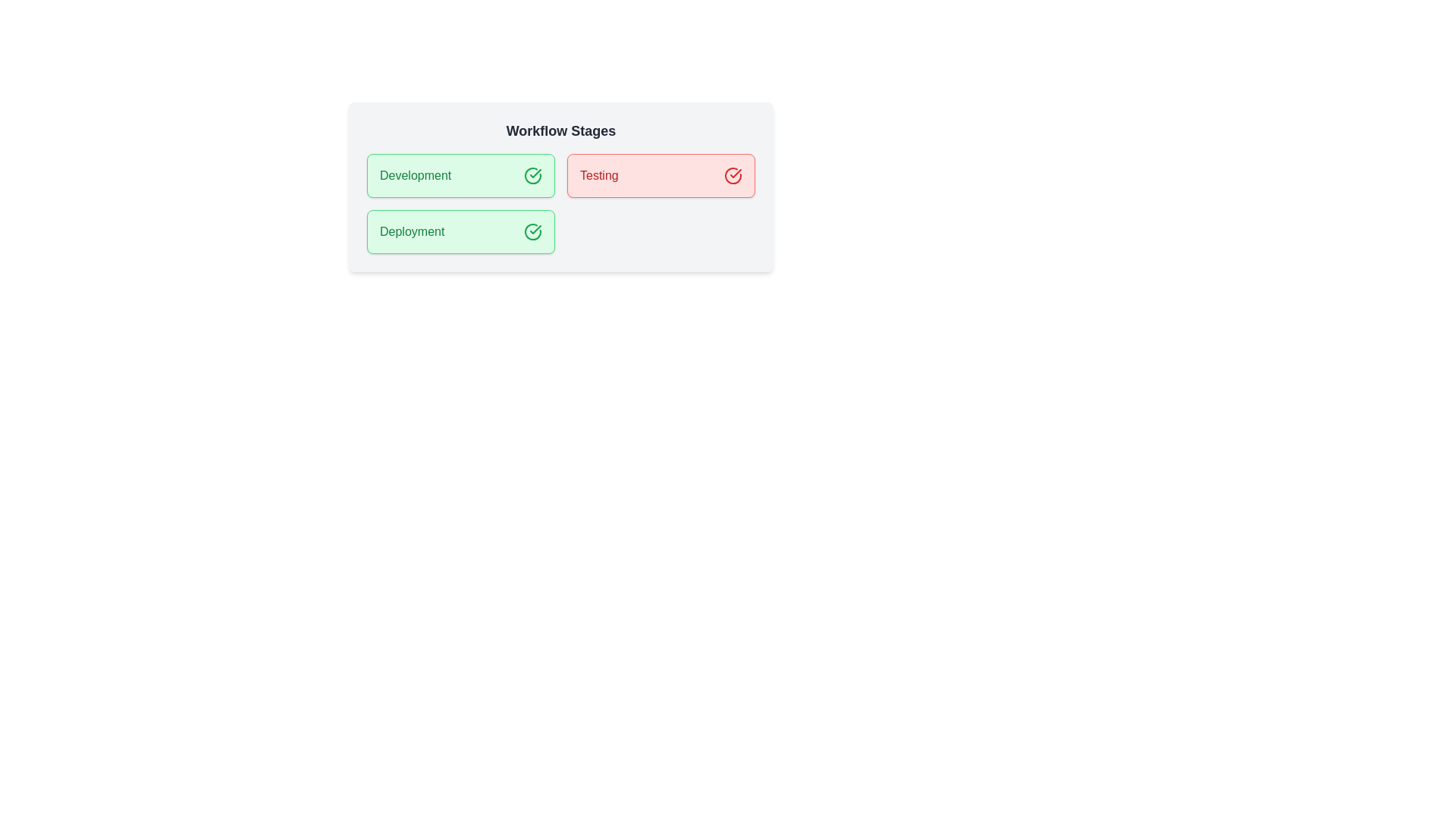 This screenshot has height=819, width=1456. I want to click on the checkmark icon indicating a completed status in the 'Development' workflow stage, which is positioned to the right of the 'Development' text, so click(532, 174).